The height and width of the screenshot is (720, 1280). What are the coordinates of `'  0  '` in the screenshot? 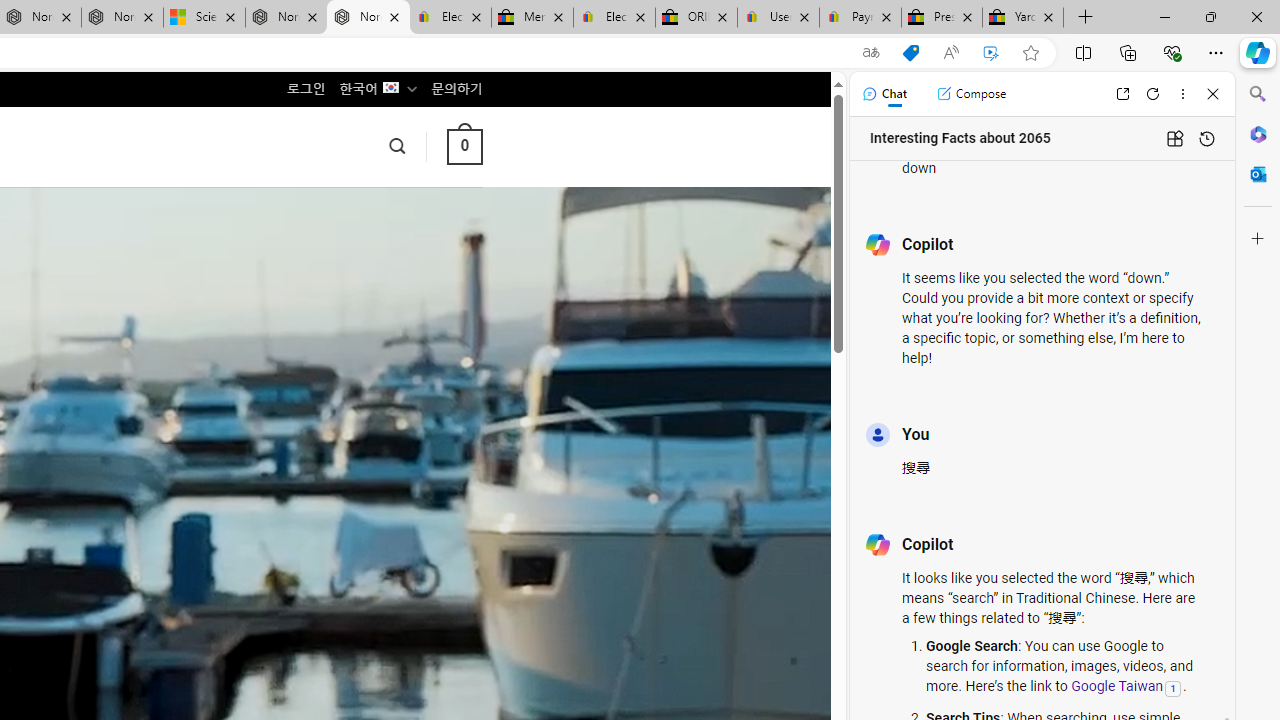 It's located at (463, 145).